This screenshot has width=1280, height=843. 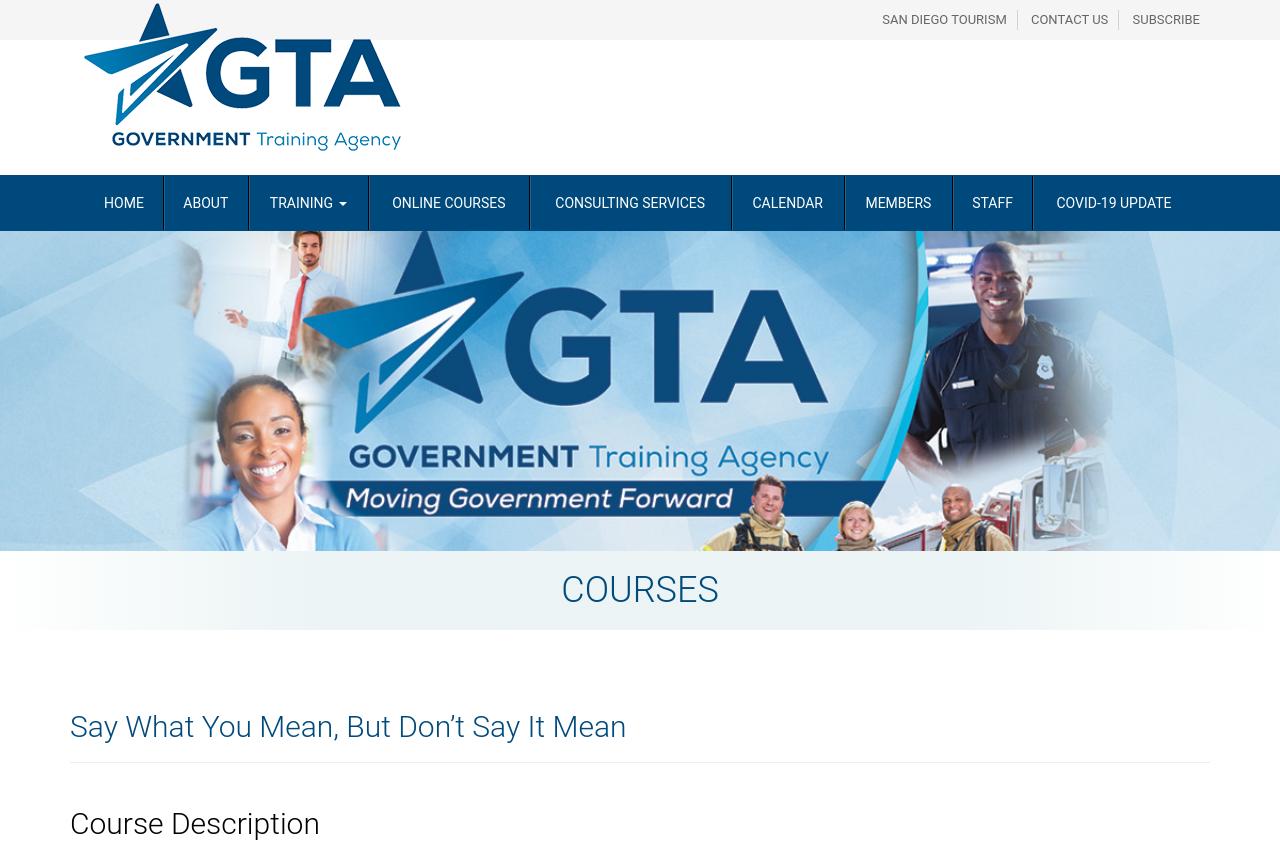 What do you see at coordinates (1112, 201) in the screenshot?
I see `'COVID-19 Update'` at bounding box center [1112, 201].